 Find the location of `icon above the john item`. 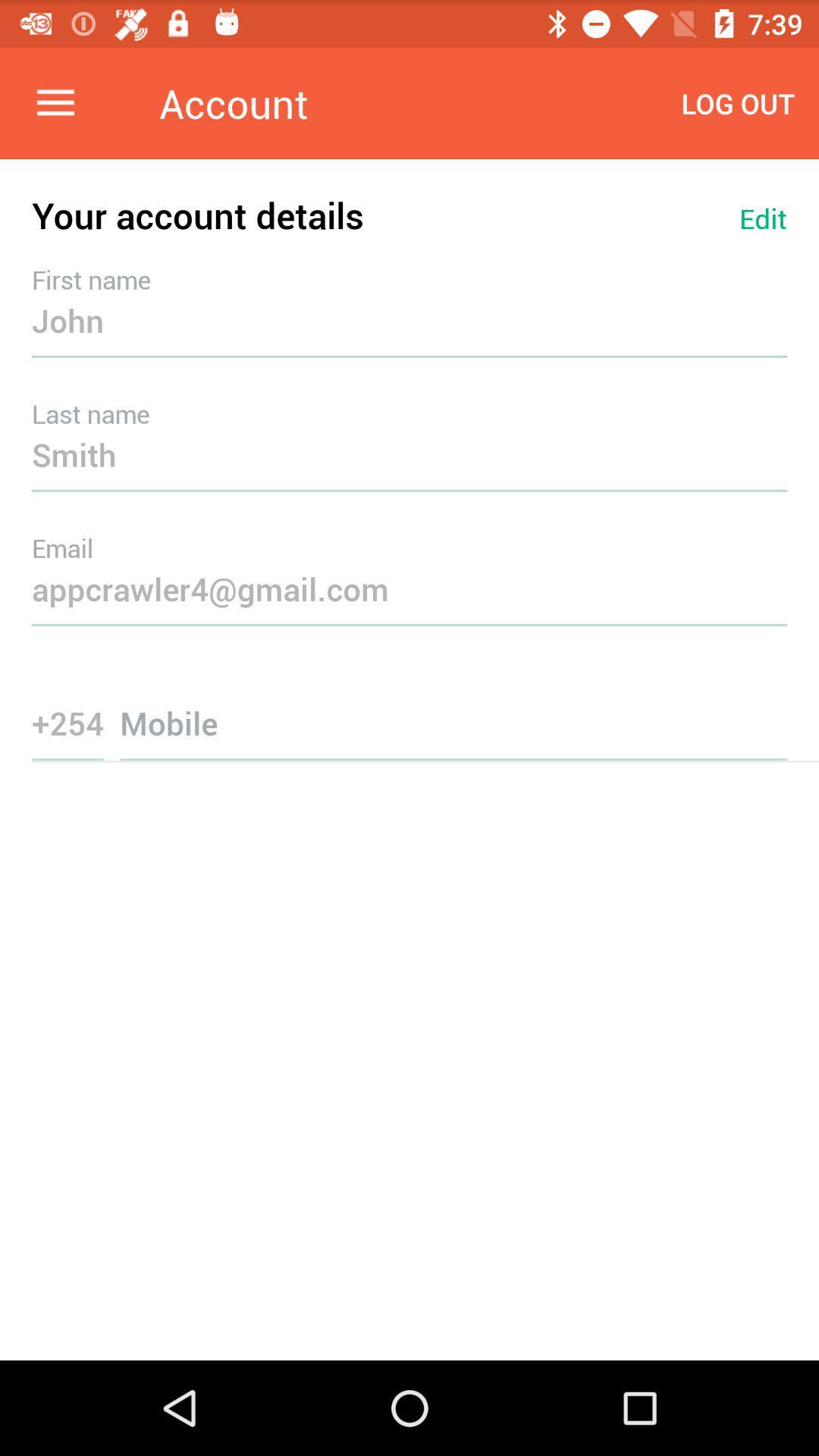

icon above the john item is located at coordinates (763, 218).